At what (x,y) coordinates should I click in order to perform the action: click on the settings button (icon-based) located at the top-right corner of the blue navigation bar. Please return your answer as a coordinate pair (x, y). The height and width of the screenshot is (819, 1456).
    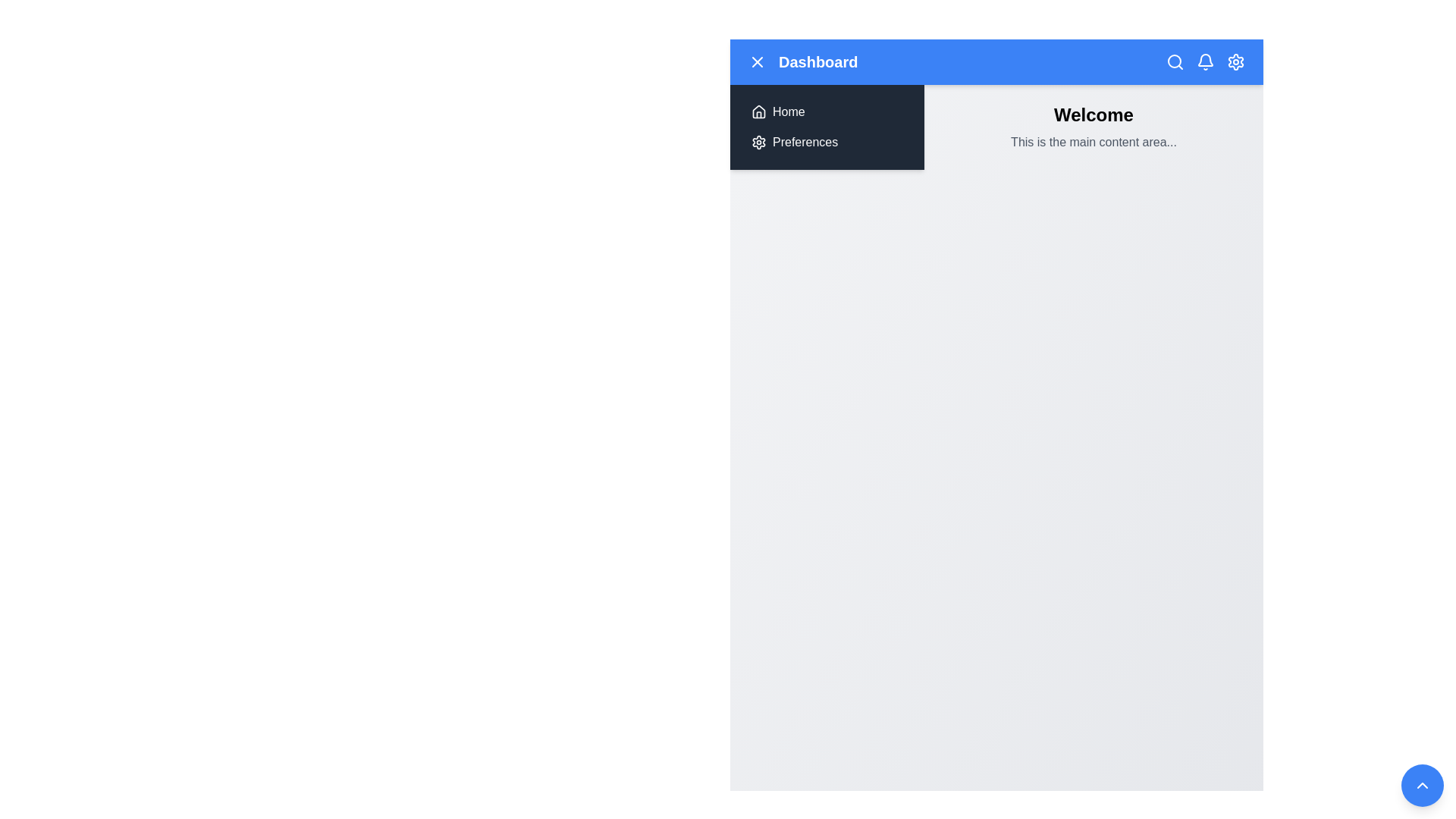
    Looking at the image, I should click on (1236, 61).